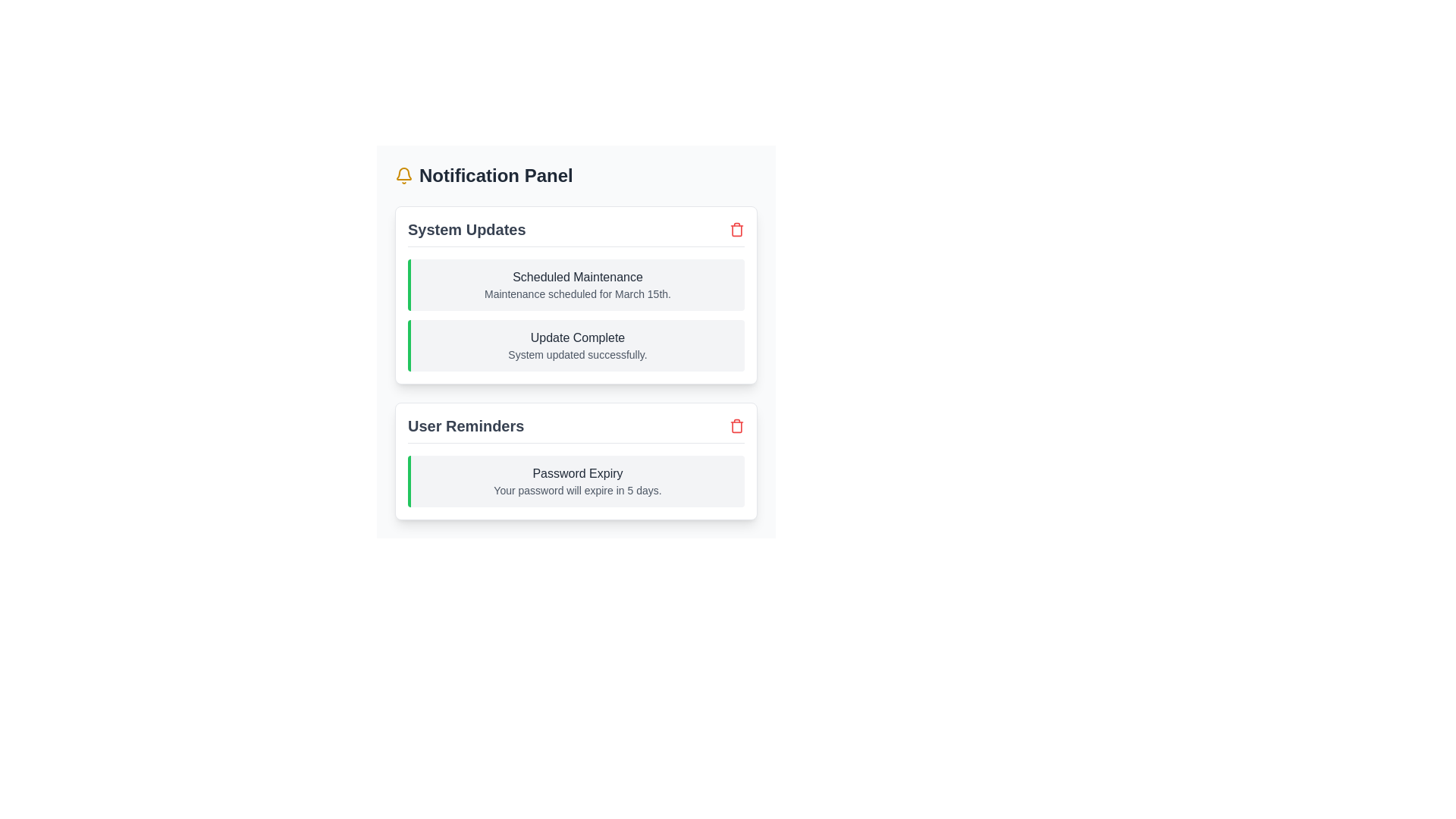 This screenshot has width=1456, height=819. What do you see at coordinates (575, 472) in the screenshot?
I see `the notification text of Password Expiry` at bounding box center [575, 472].